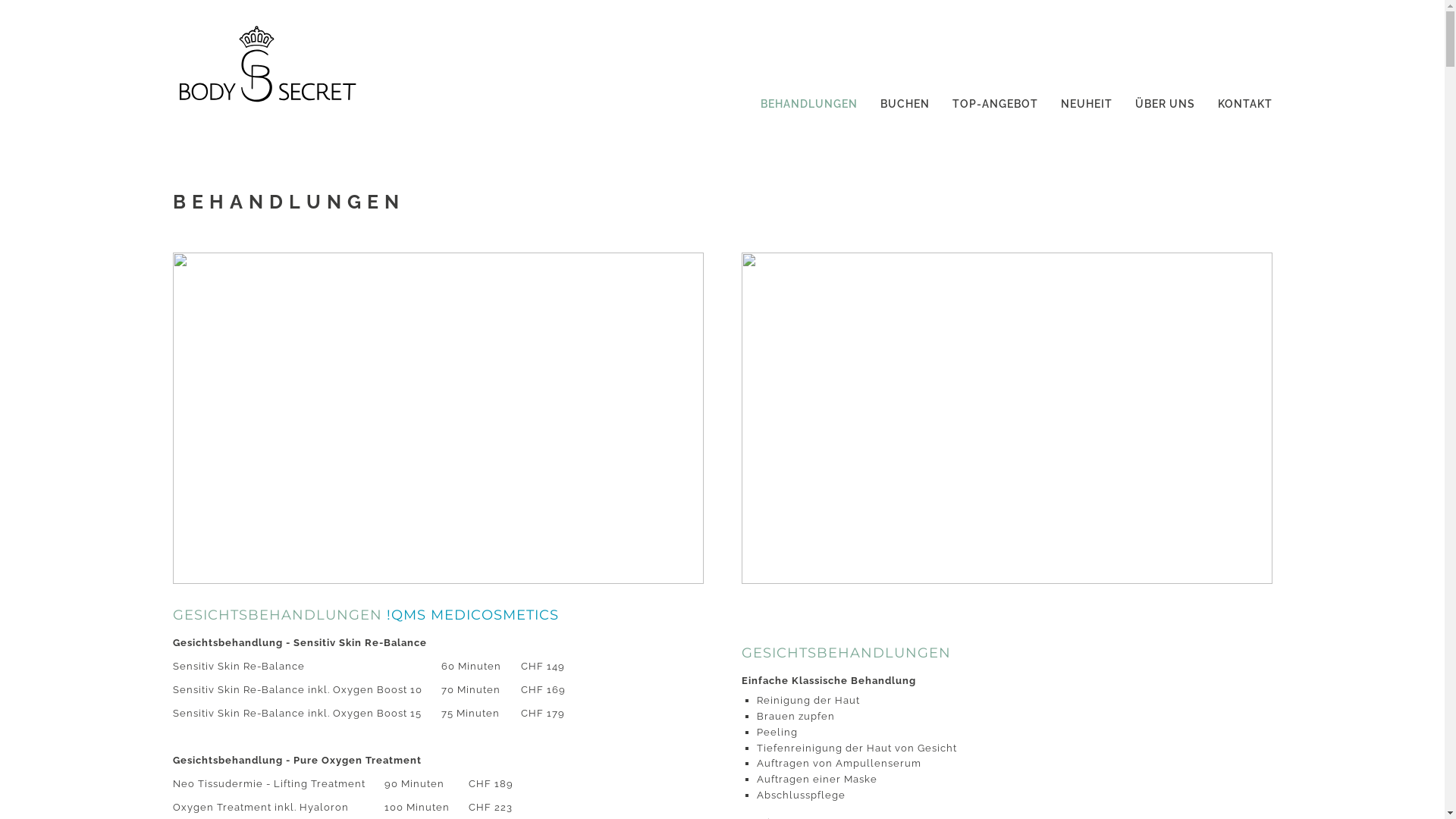  I want to click on 'BEHANDLUNGEN', so click(807, 99).